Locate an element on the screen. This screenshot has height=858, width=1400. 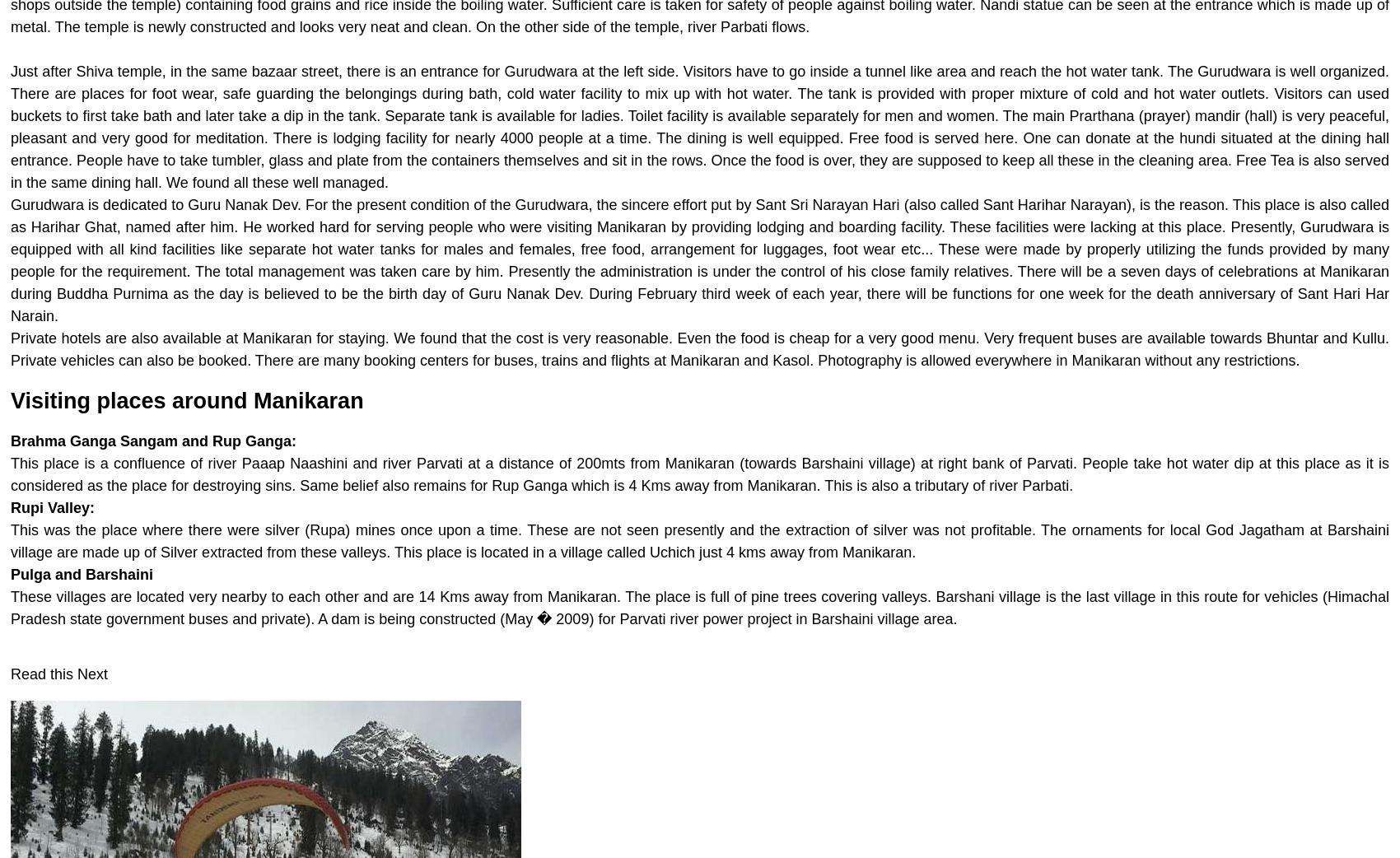
'This was the place where there were silver (Rupa) mines once upon a time. These are not seen presently and the extraction of silver was not profitable. The ornaments for local God Jagatham at Barshaini village are made up of Silver extracted from these valleys. This place is located in a village called Uchich just 4 kms away from Manikaran.' is located at coordinates (700, 541).